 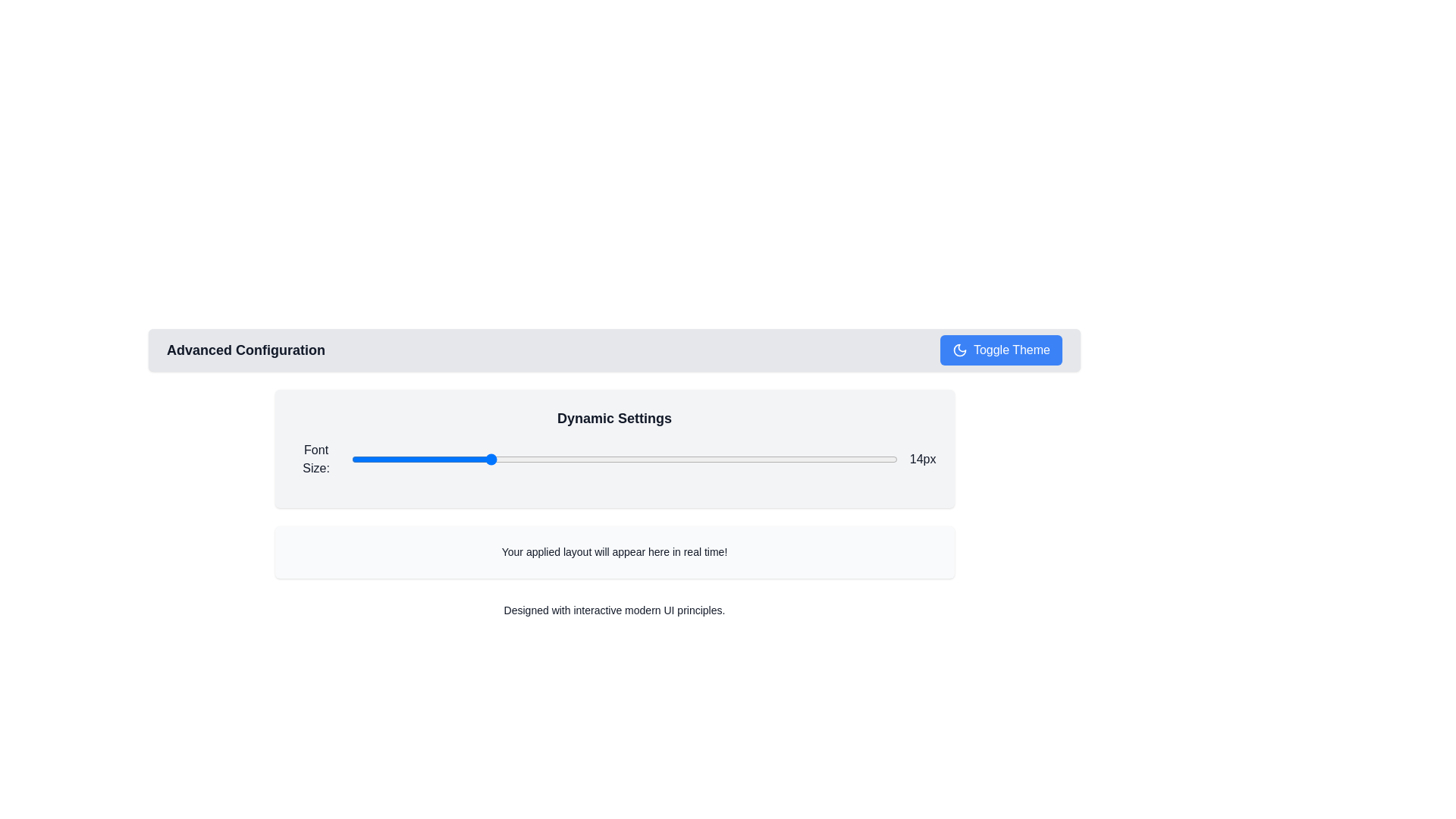 What do you see at coordinates (614, 610) in the screenshot?
I see `static text element that displays 'Designed with interactive modern UI principles.' positioned at the bottom of the visible interface` at bounding box center [614, 610].